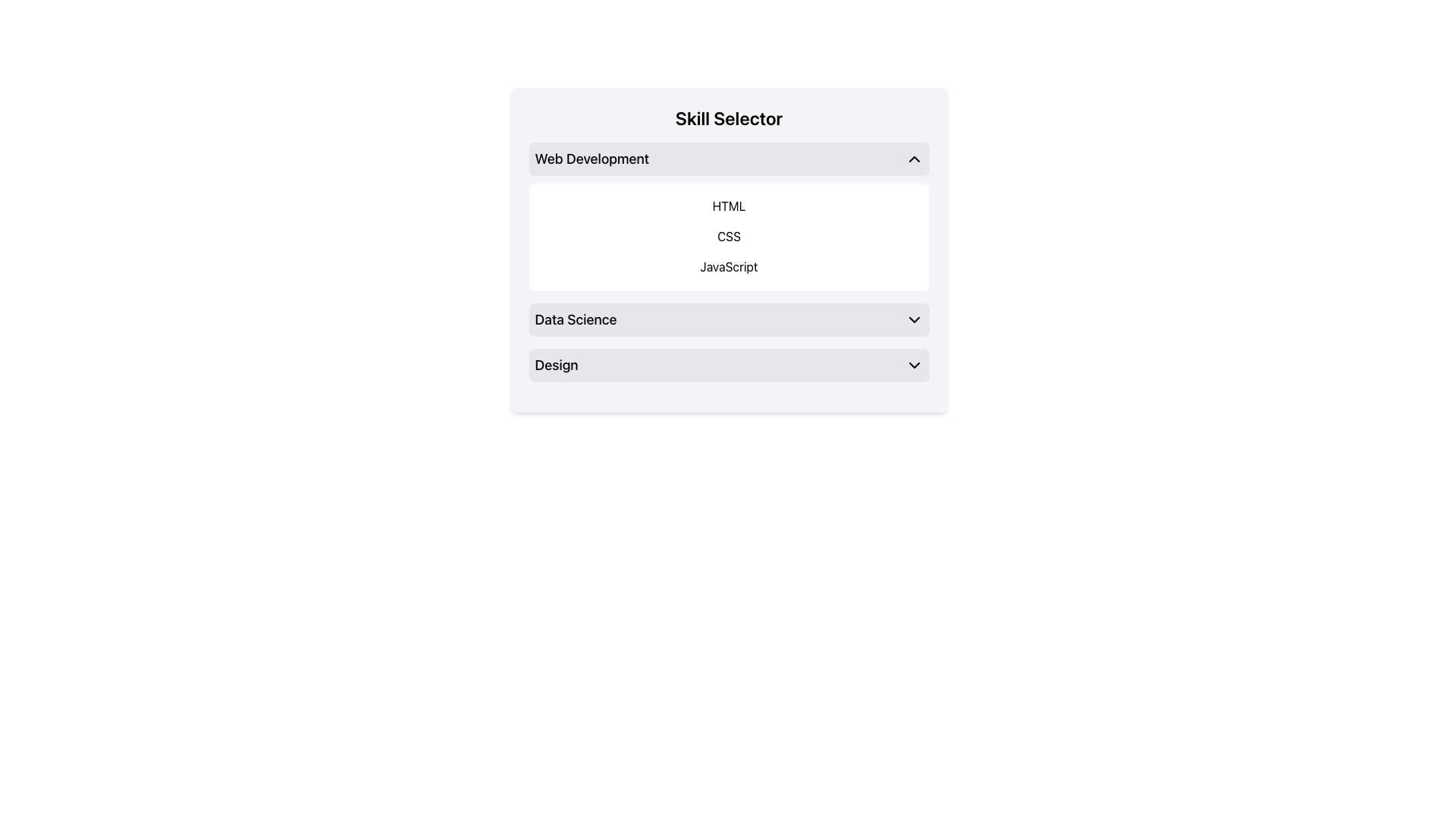 The height and width of the screenshot is (819, 1456). What do you see at coordinates (729, 249) in the screenshot?
I see `the dropdown selector titled 'Skill Selector'` at bounding box center [729, 249].